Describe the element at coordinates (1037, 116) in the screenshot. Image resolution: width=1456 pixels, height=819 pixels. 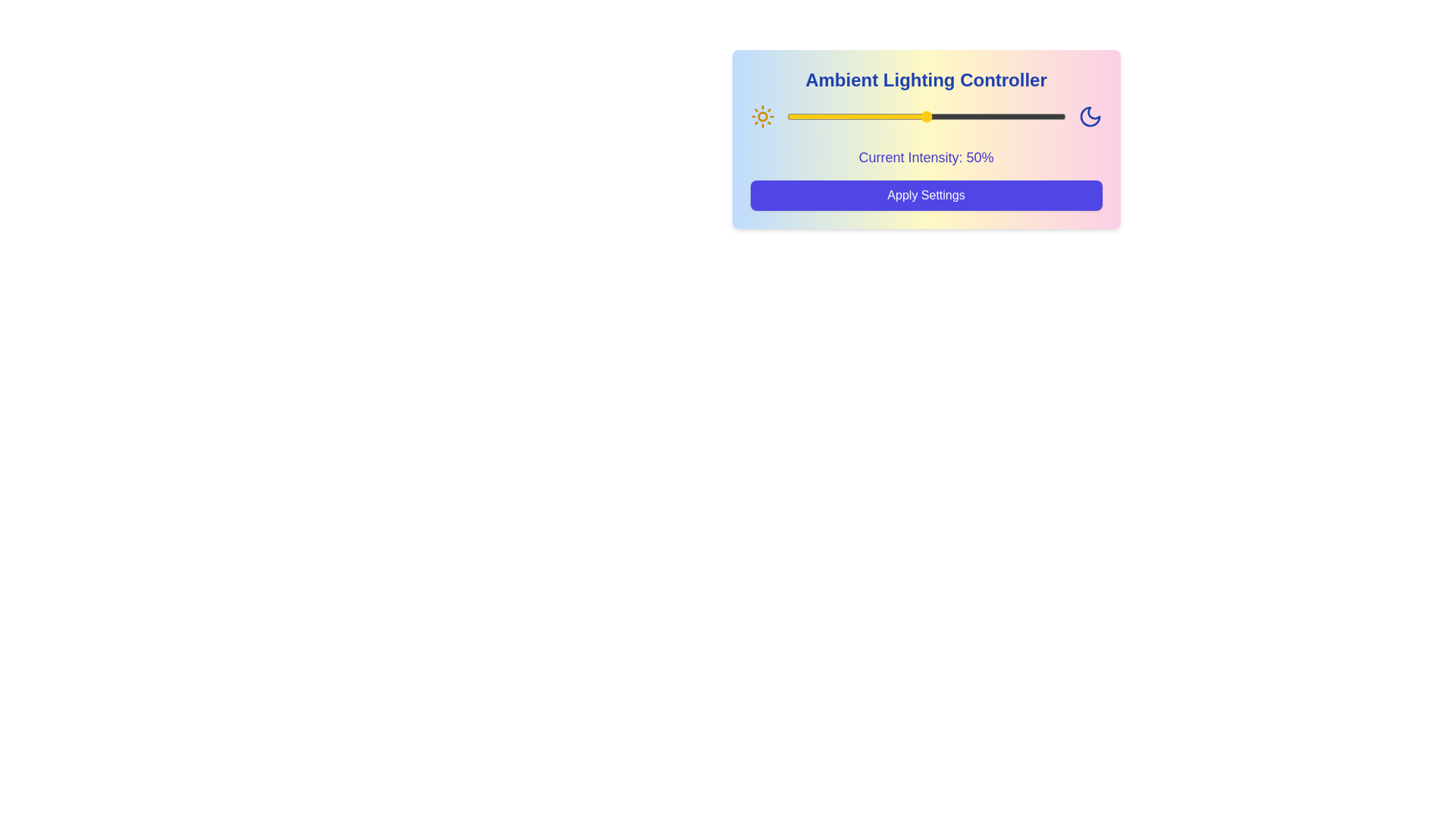
I see `the lighting intensity to 90% using the slider` at that location.